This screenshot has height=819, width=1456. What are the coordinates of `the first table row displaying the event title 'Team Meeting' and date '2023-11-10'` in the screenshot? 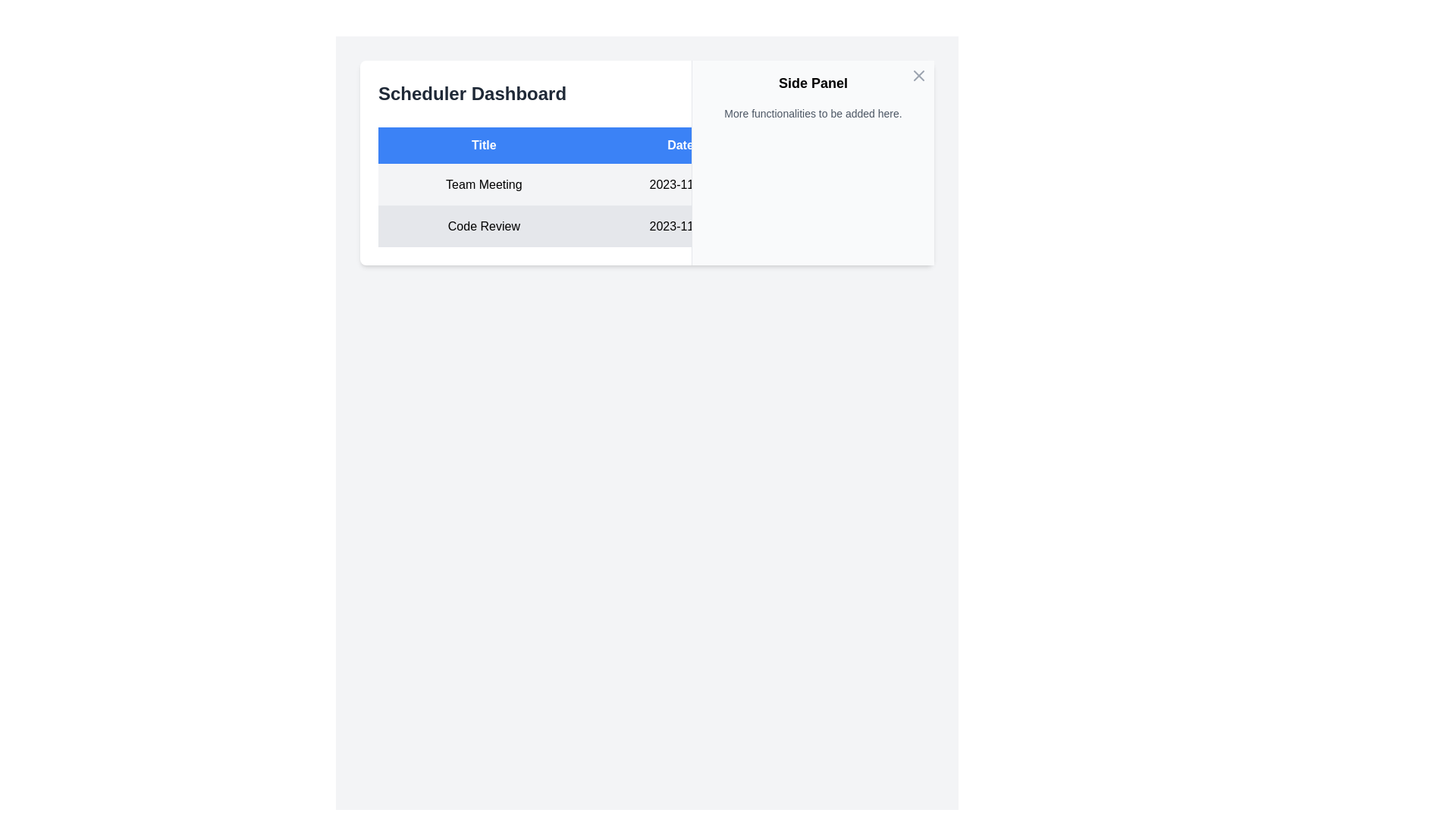 It's located at (647, 184).